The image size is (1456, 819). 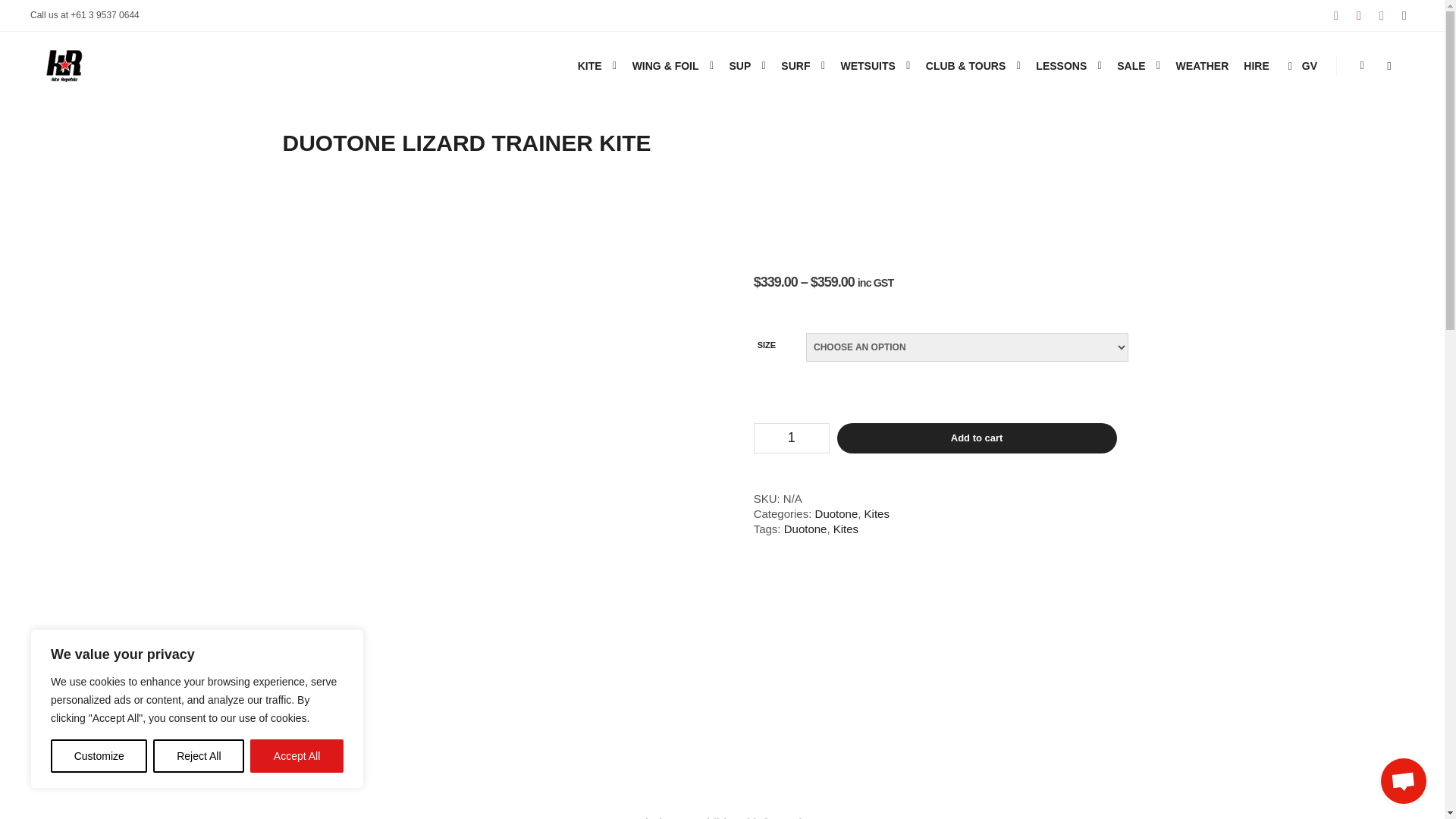 What do you see at coordinates (98, 755) in the screenshot?
I see `'Customize'` at bounding box center [98, 755].